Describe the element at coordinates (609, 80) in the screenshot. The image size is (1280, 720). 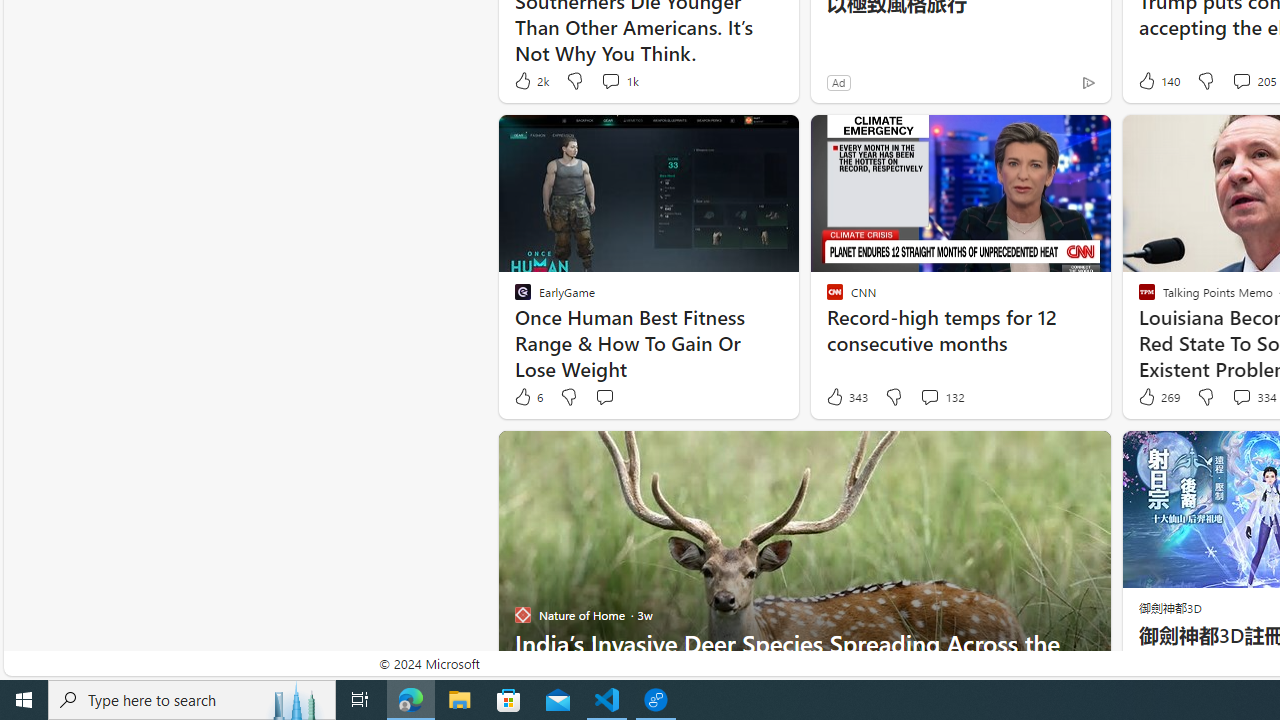
I see `'View comments 1k Comment'` at that location.